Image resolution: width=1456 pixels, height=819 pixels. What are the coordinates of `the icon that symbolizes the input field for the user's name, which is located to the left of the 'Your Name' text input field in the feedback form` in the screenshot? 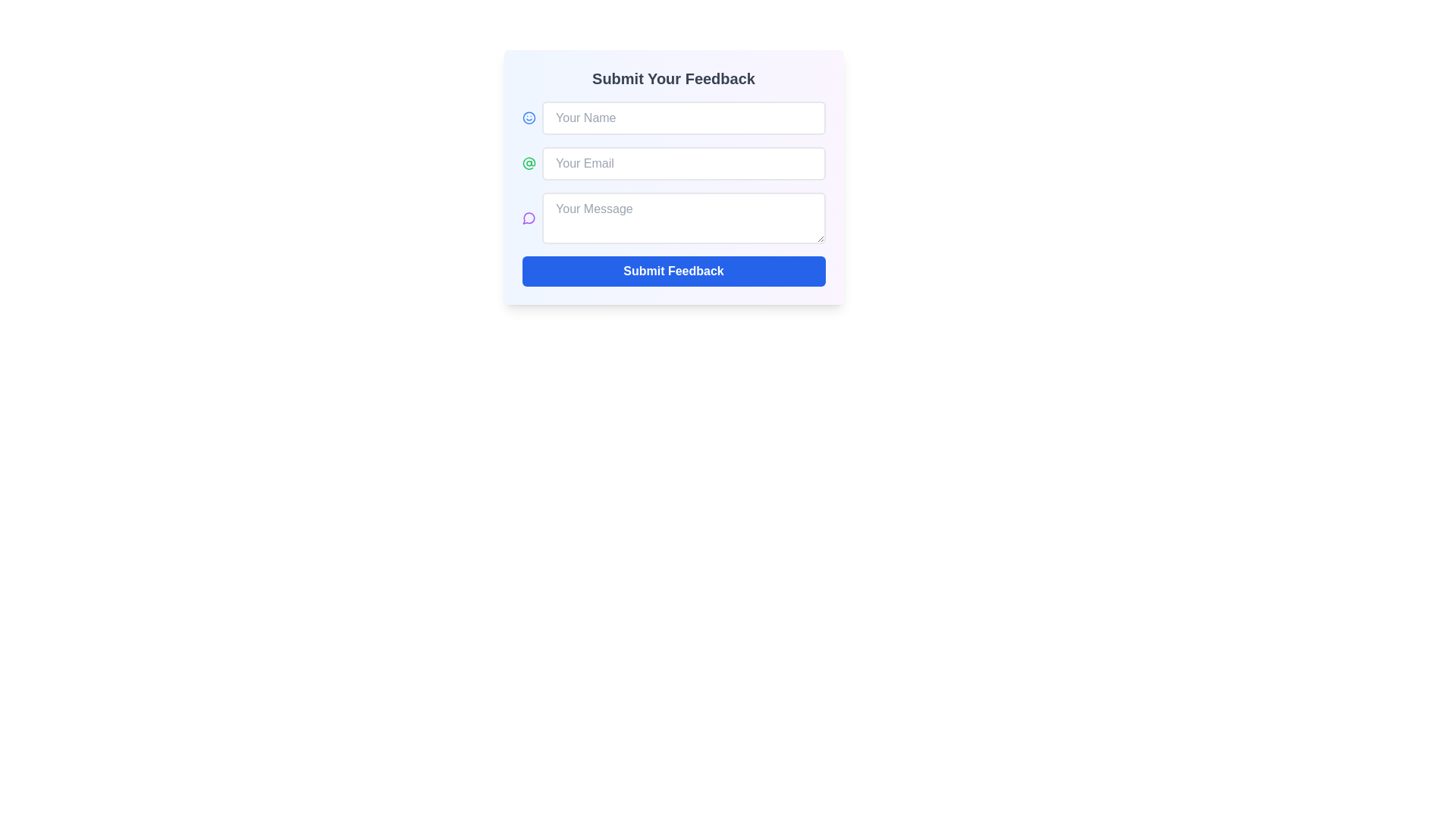 It's located at (529, 117).